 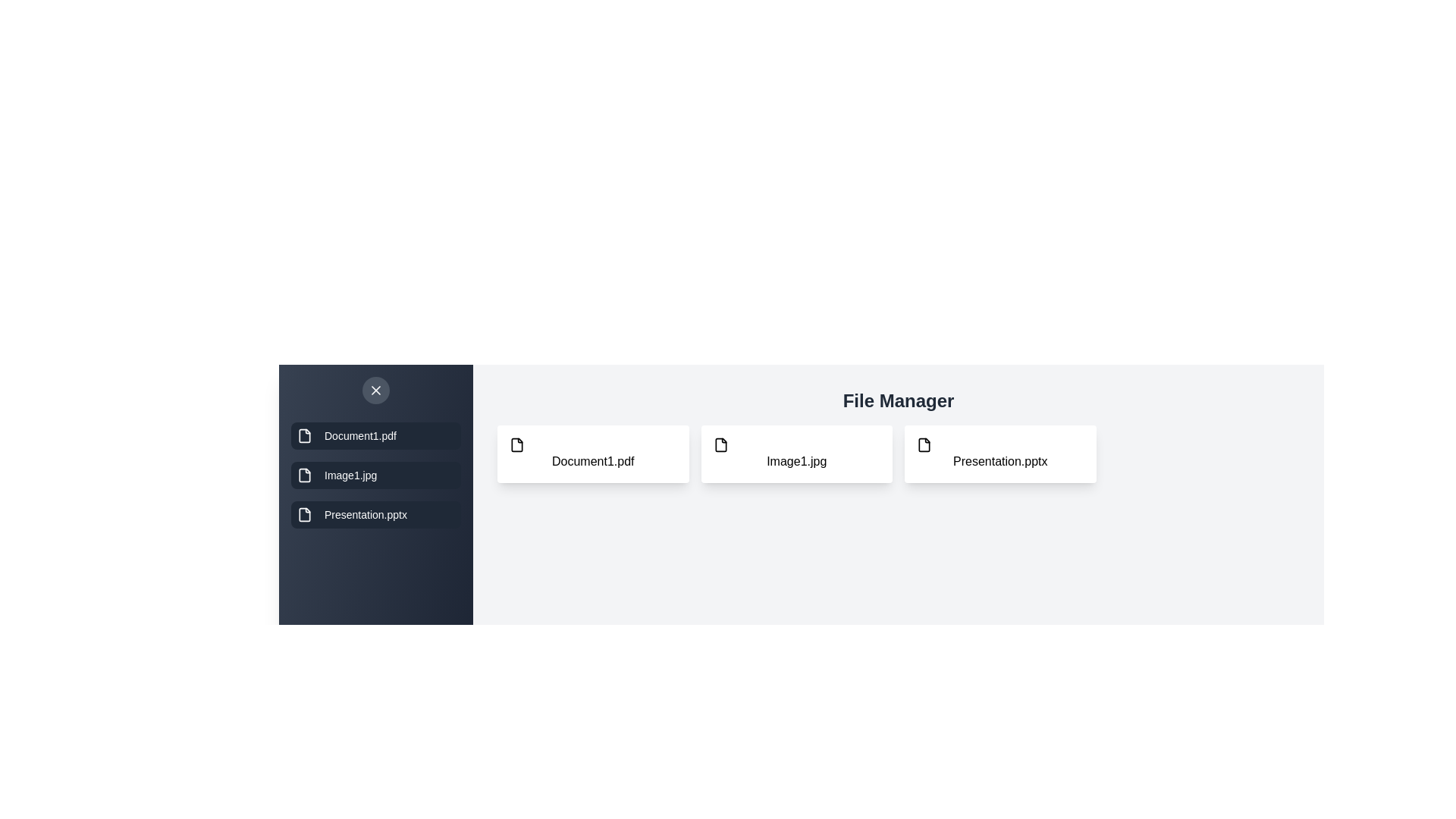 What do you see at coordinates (1000, 453) in the screenshot?
I see `the file Presentation.pptx in the main grid` at bounding box center [1000, 453].